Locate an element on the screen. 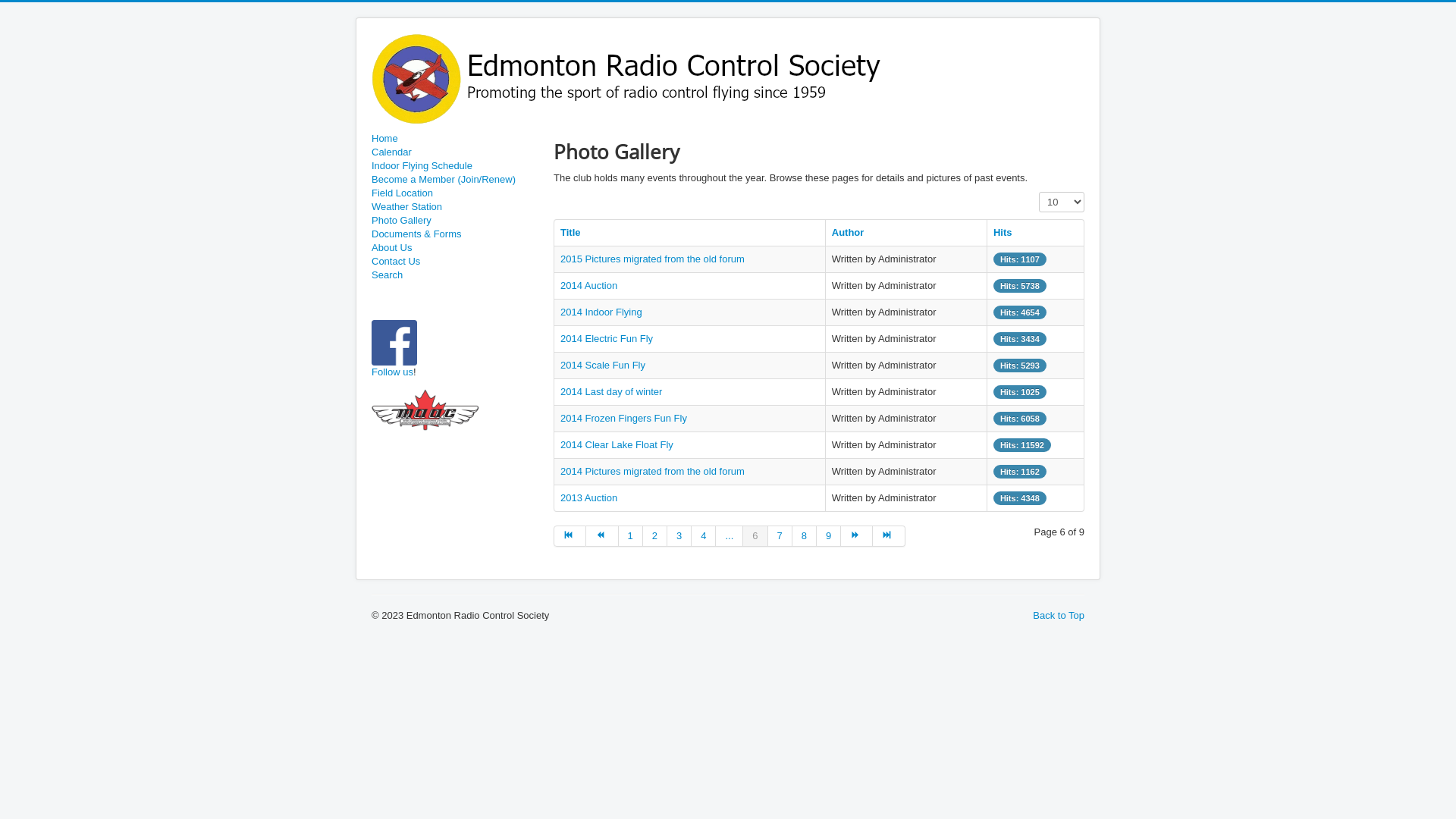 The height and width of the screenshot is (819, 1456). '3' is located at coordinates (679, 535).